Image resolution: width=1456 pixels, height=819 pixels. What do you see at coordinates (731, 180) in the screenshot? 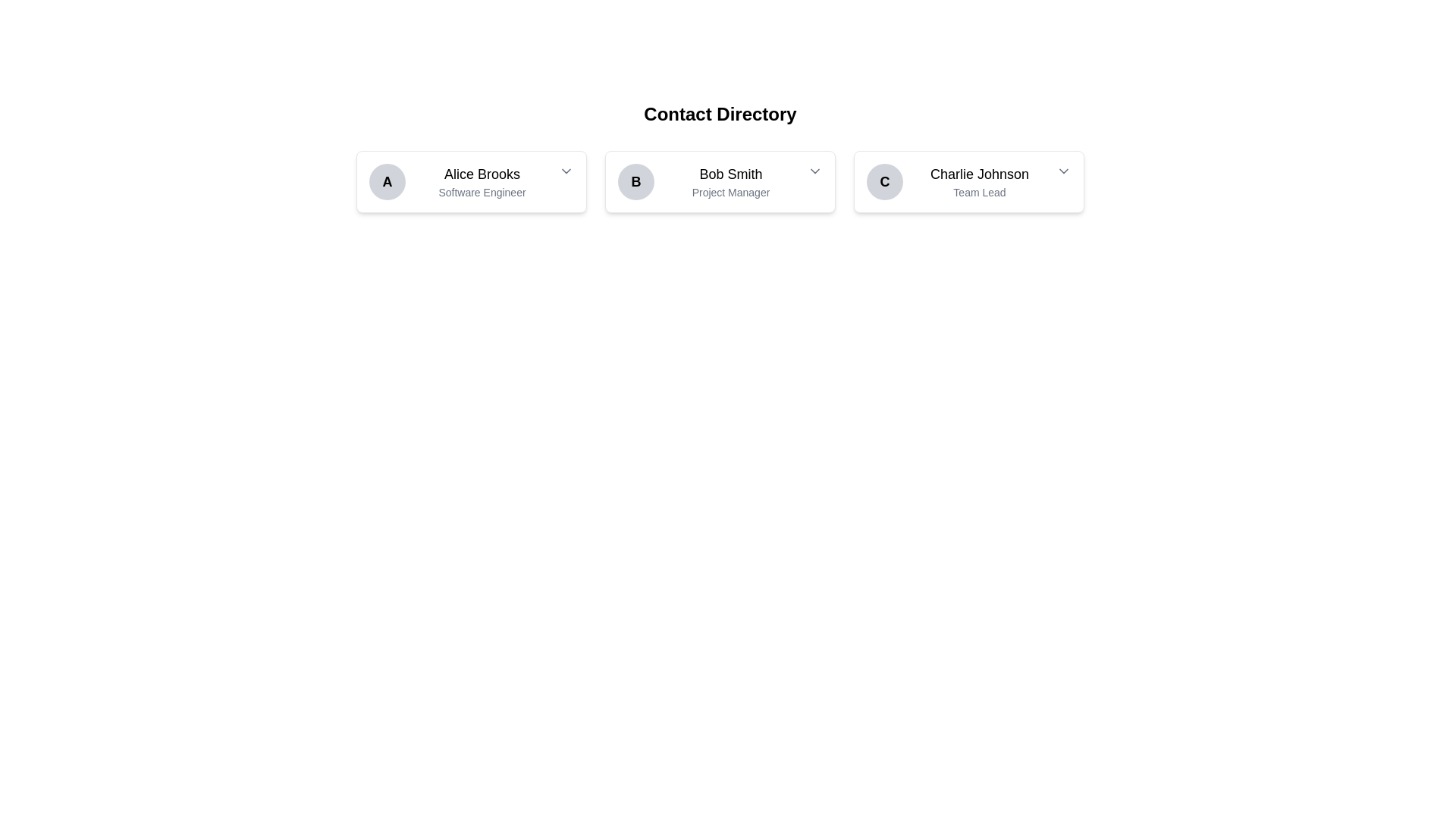
I see `the text block displaying 'Bob Smith' in the second profile card` at bounding box center [731, 180].